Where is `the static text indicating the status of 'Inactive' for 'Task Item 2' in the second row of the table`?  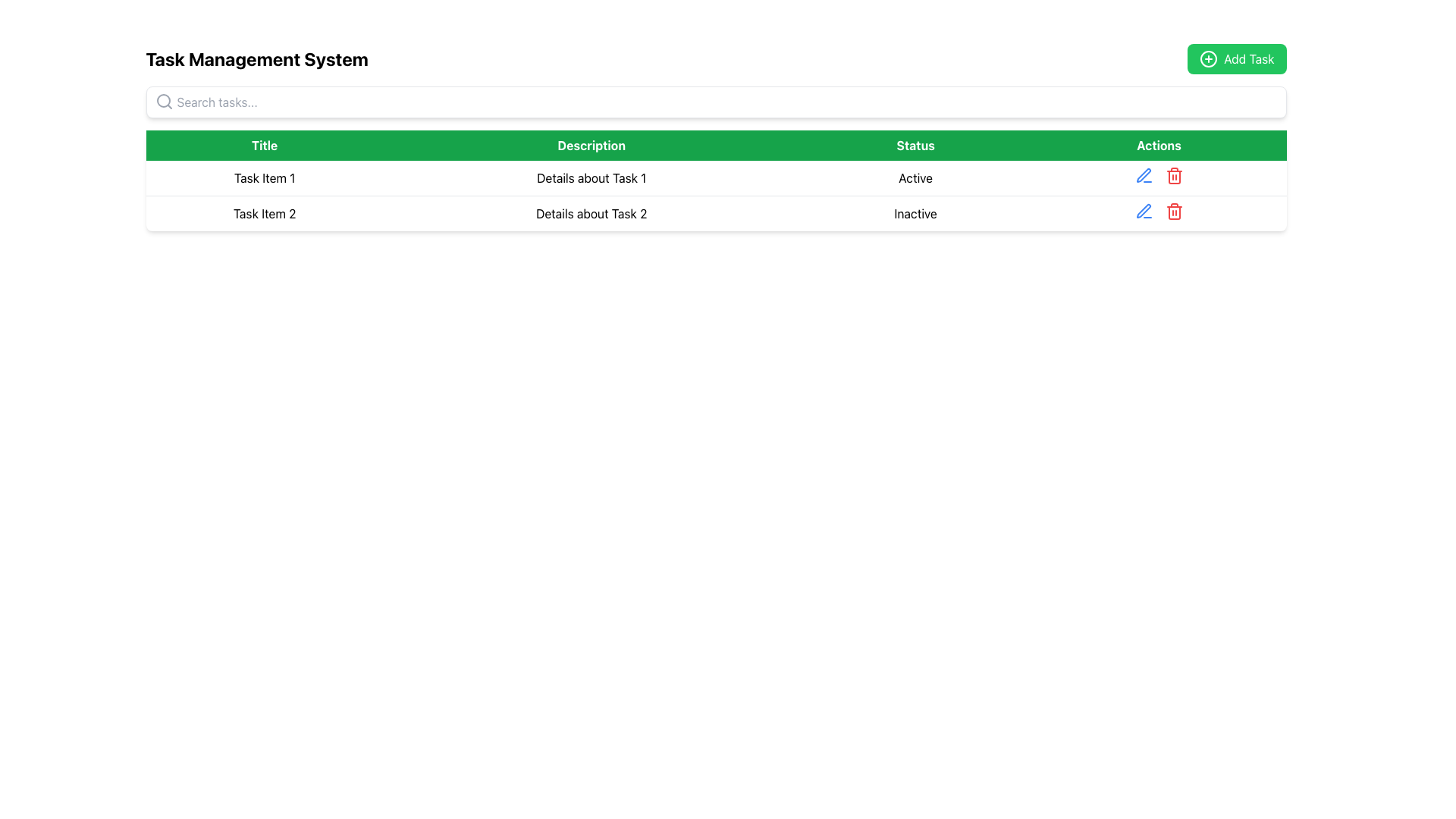
the static text indicating the status of 'Inactive' for 'Task Item 2' in the second row of the table is located at coordinates (915, 213).